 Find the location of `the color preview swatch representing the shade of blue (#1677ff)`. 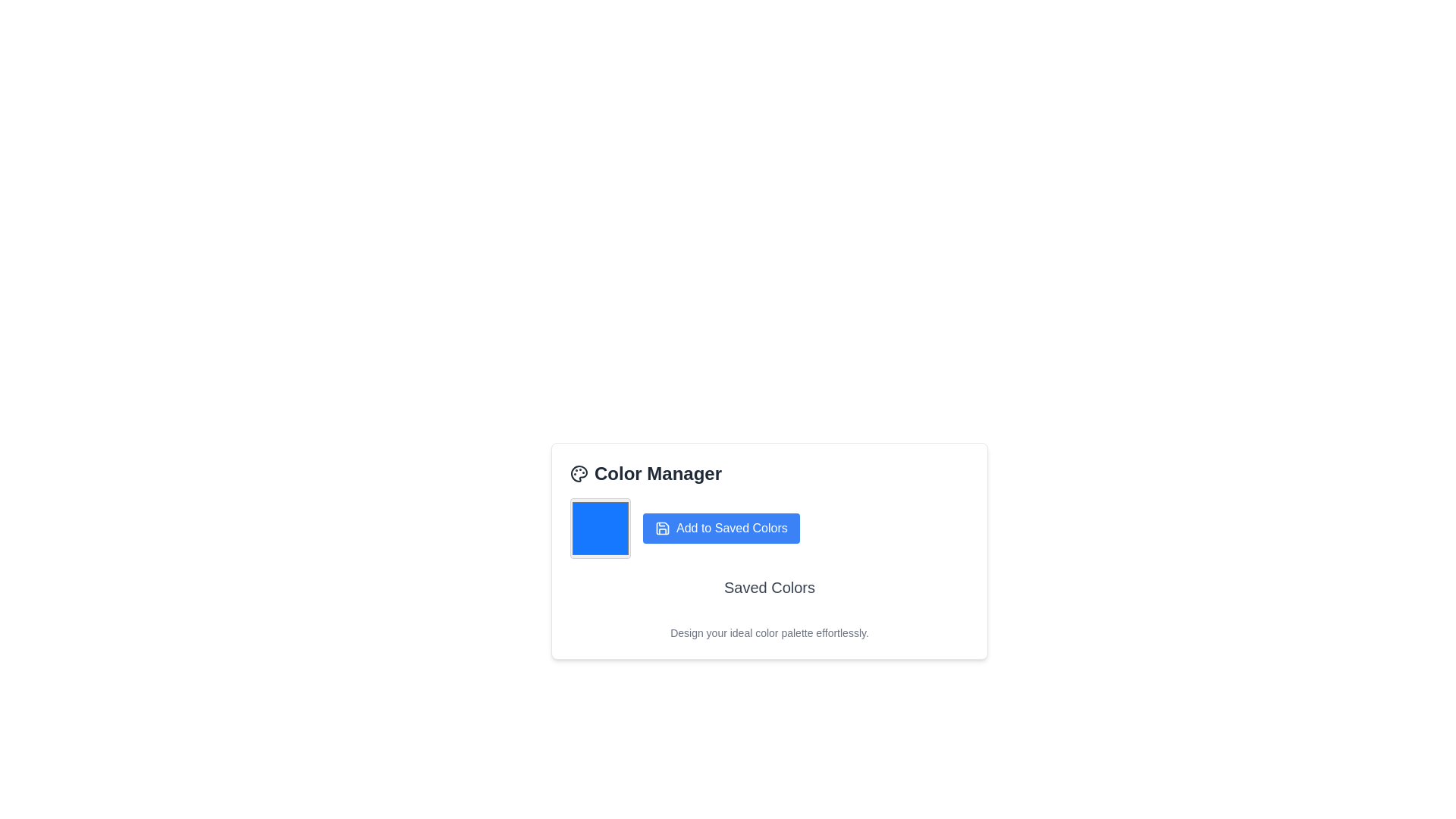

the color preview swatch representing the shade of blue (#1677ff) is located at coordinates (600, 528).